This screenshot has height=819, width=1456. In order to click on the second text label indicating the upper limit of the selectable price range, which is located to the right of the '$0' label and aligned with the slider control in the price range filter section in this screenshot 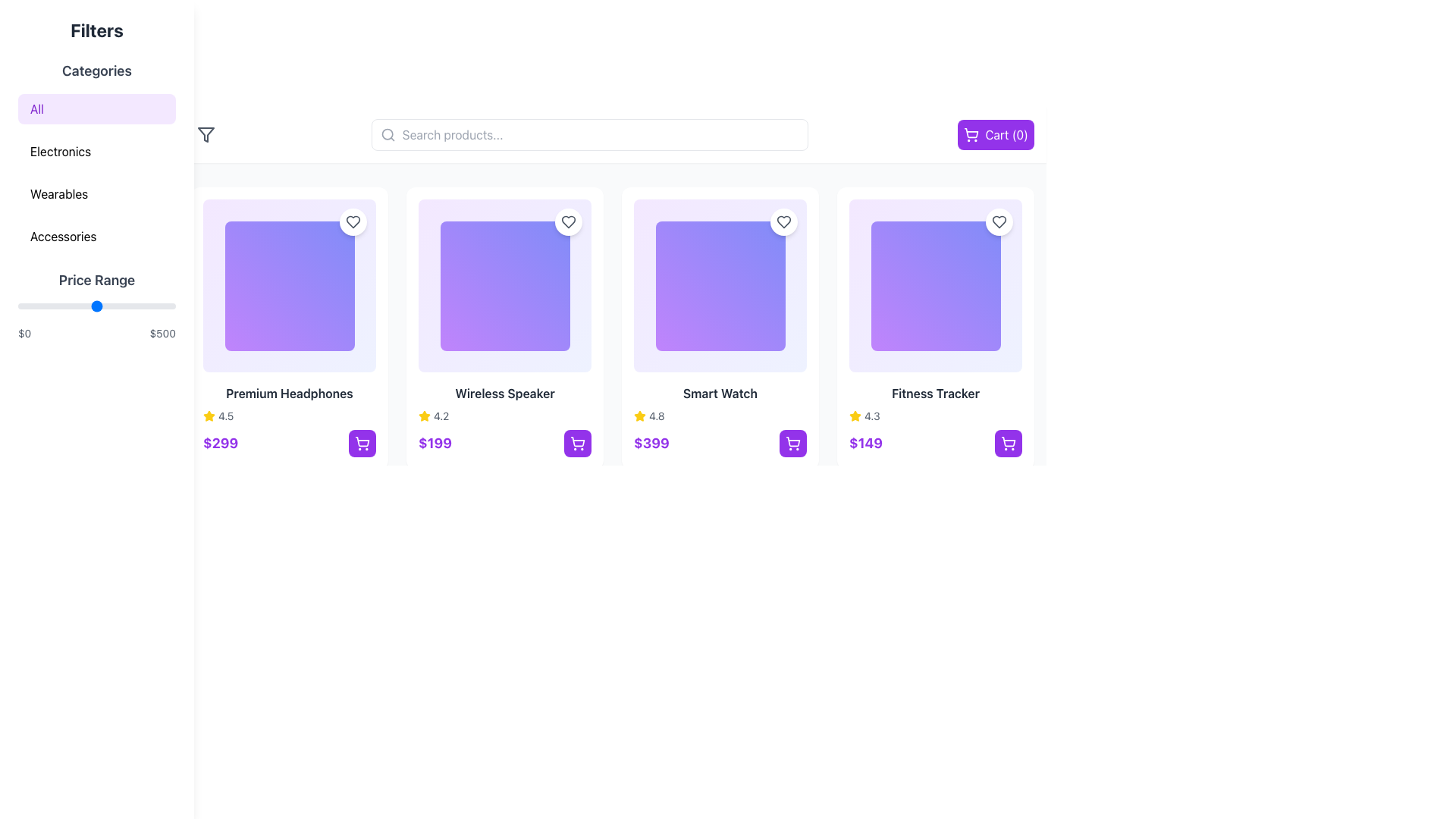, I will do `click(162, 332)`.